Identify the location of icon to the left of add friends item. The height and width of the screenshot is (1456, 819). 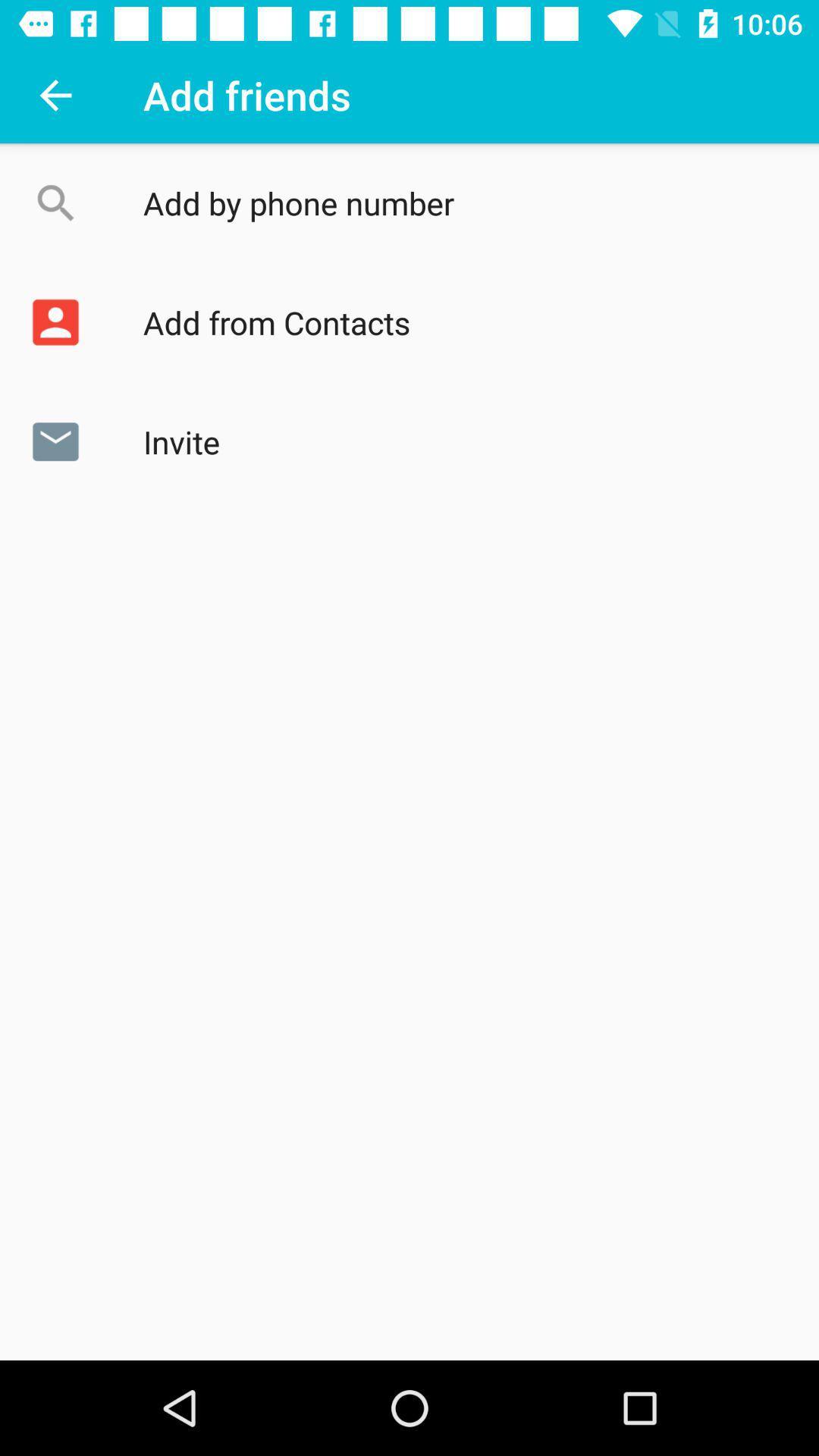
(55, 94).